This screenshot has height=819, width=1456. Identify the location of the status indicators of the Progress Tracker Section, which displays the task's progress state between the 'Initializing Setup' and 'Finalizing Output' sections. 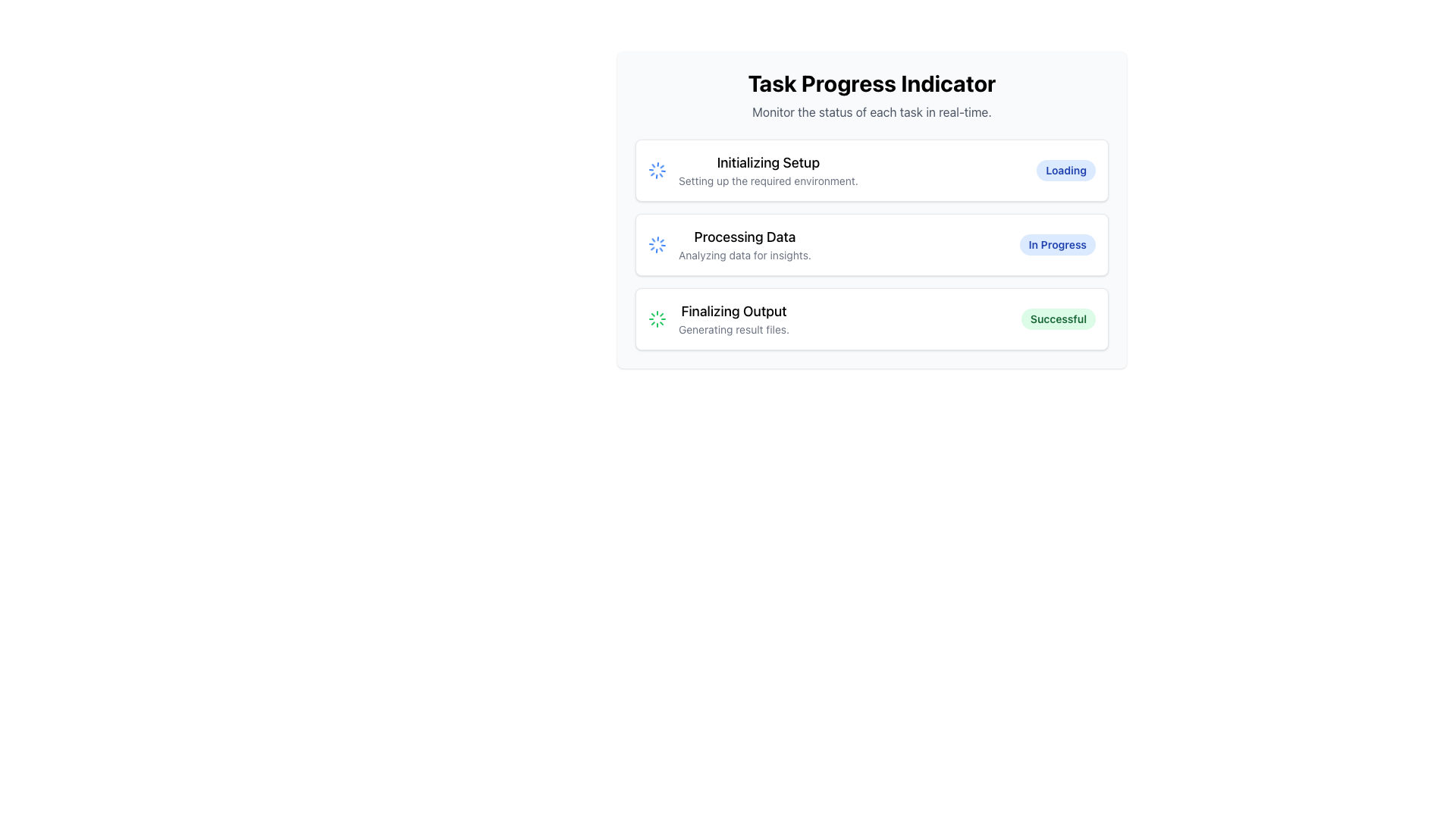
(872, 244).